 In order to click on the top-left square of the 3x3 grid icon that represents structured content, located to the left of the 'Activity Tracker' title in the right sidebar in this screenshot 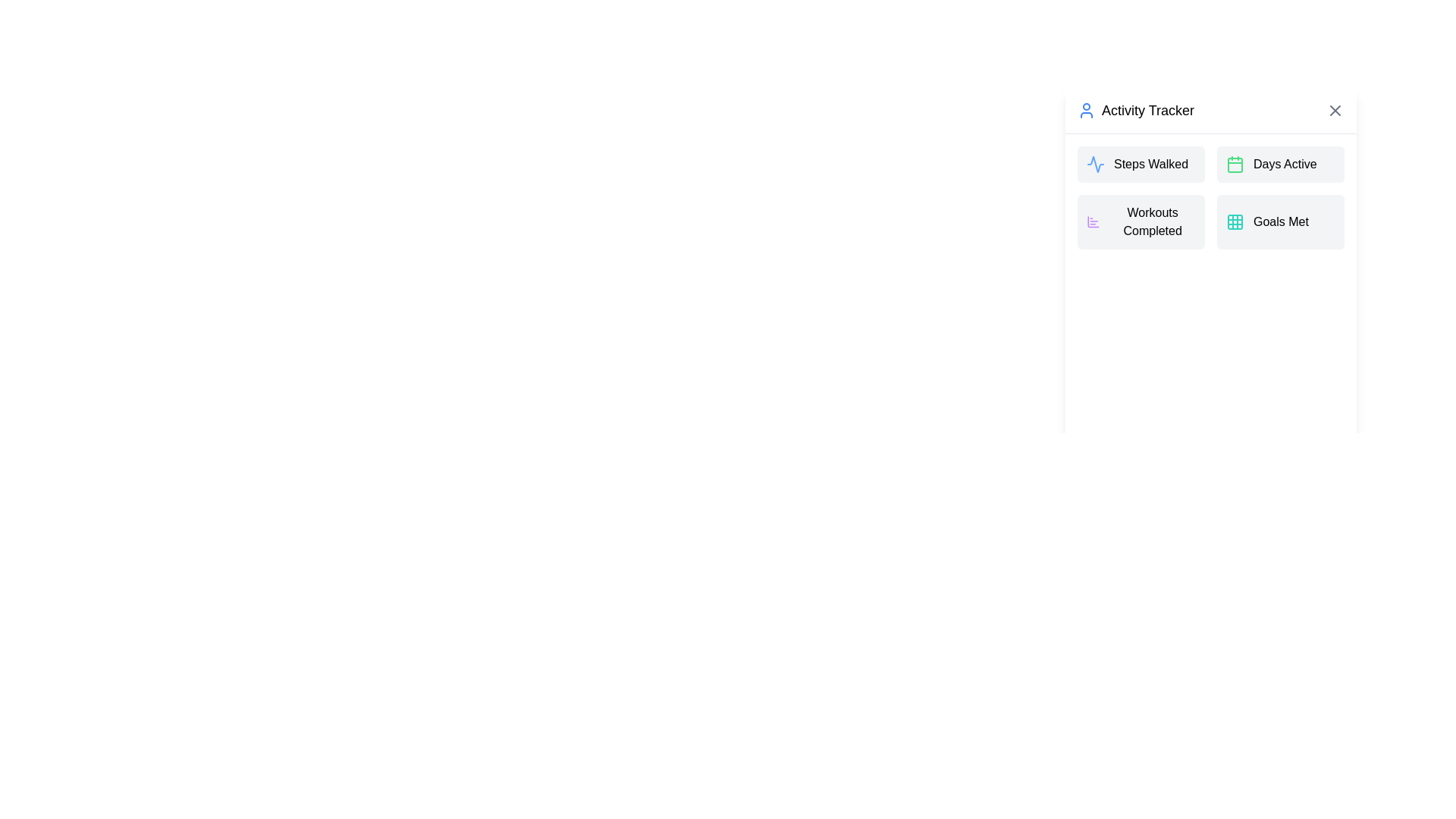, I will do `click(1235, 222)`.